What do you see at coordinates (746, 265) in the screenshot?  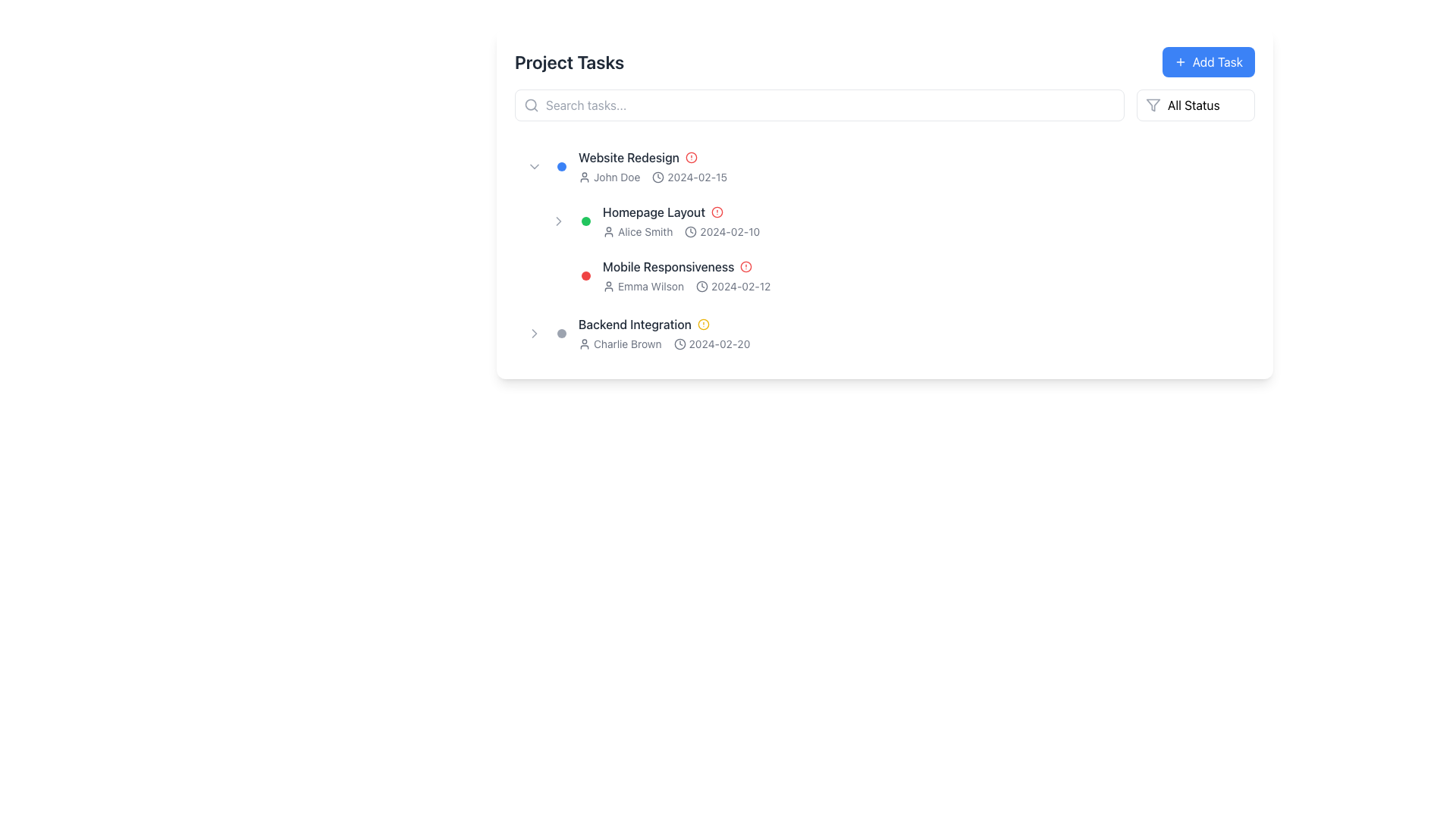 I see `the warning or error icon located to the right of the 'Mobile Responsiveness' text` at bounding box center [746, 265].